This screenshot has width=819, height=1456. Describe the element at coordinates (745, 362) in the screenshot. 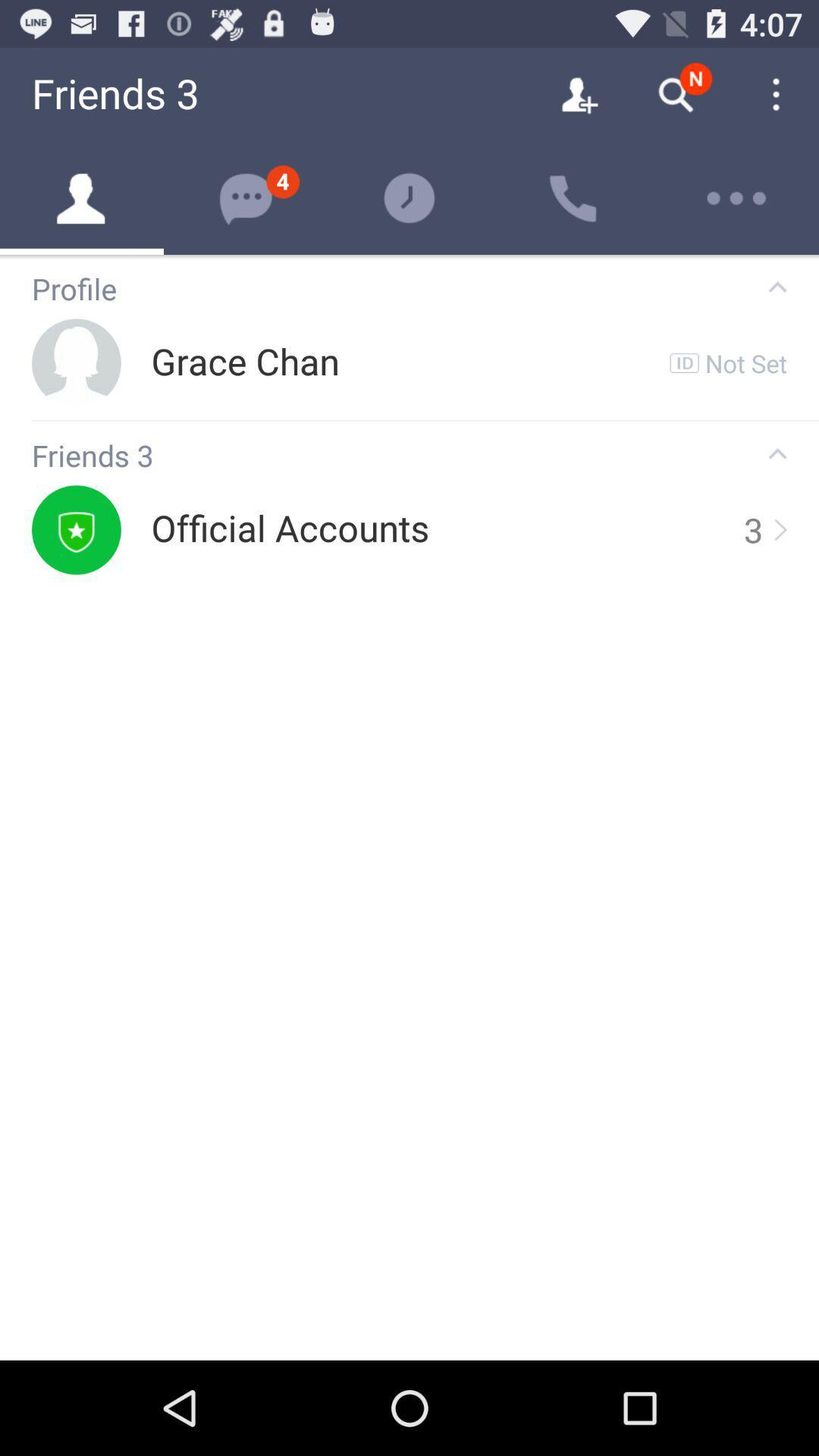

I see `item below profile item` at that location.